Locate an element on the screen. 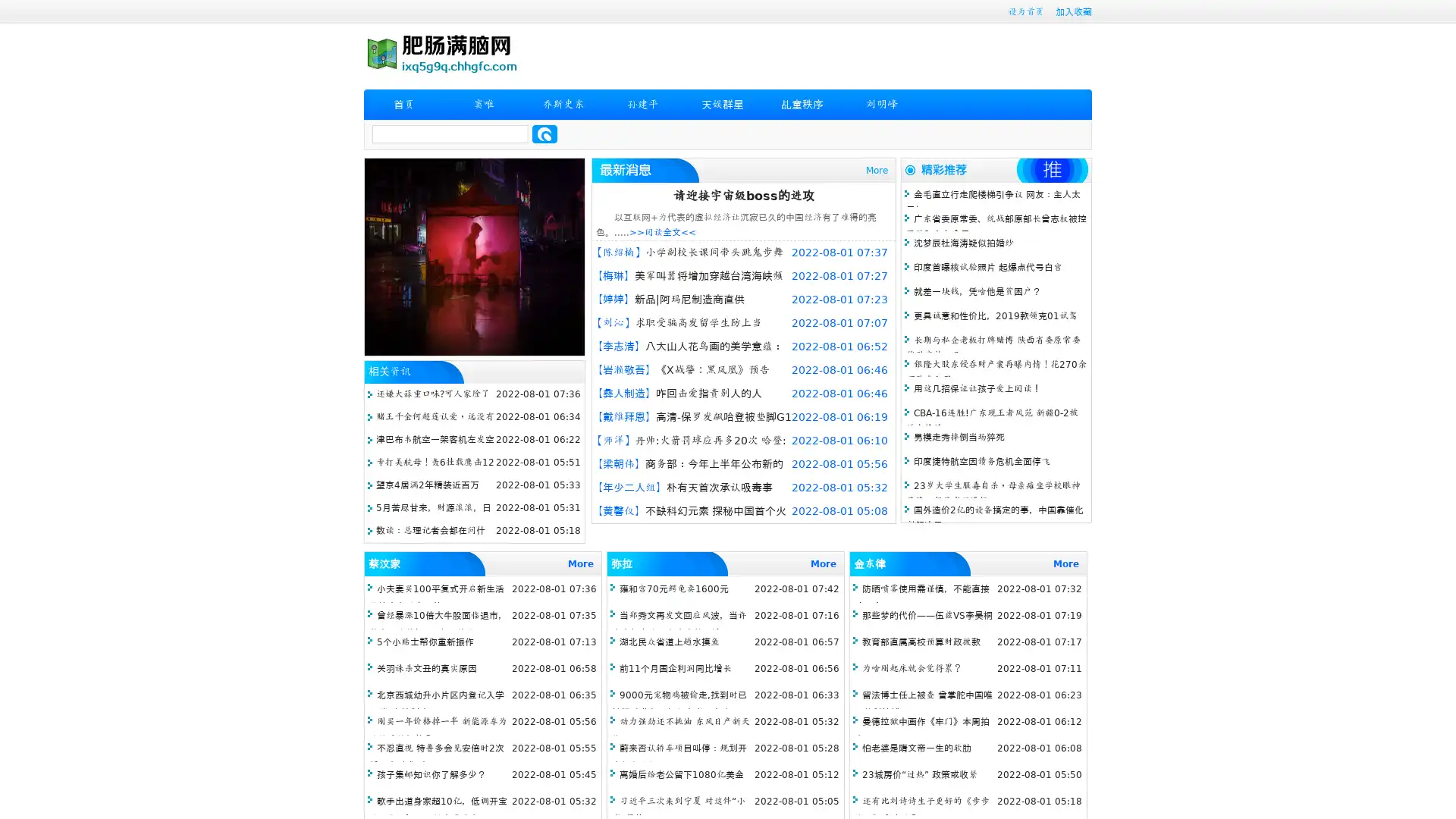 The image size is (1456, 819). Search is located at coordinates (544, 133).